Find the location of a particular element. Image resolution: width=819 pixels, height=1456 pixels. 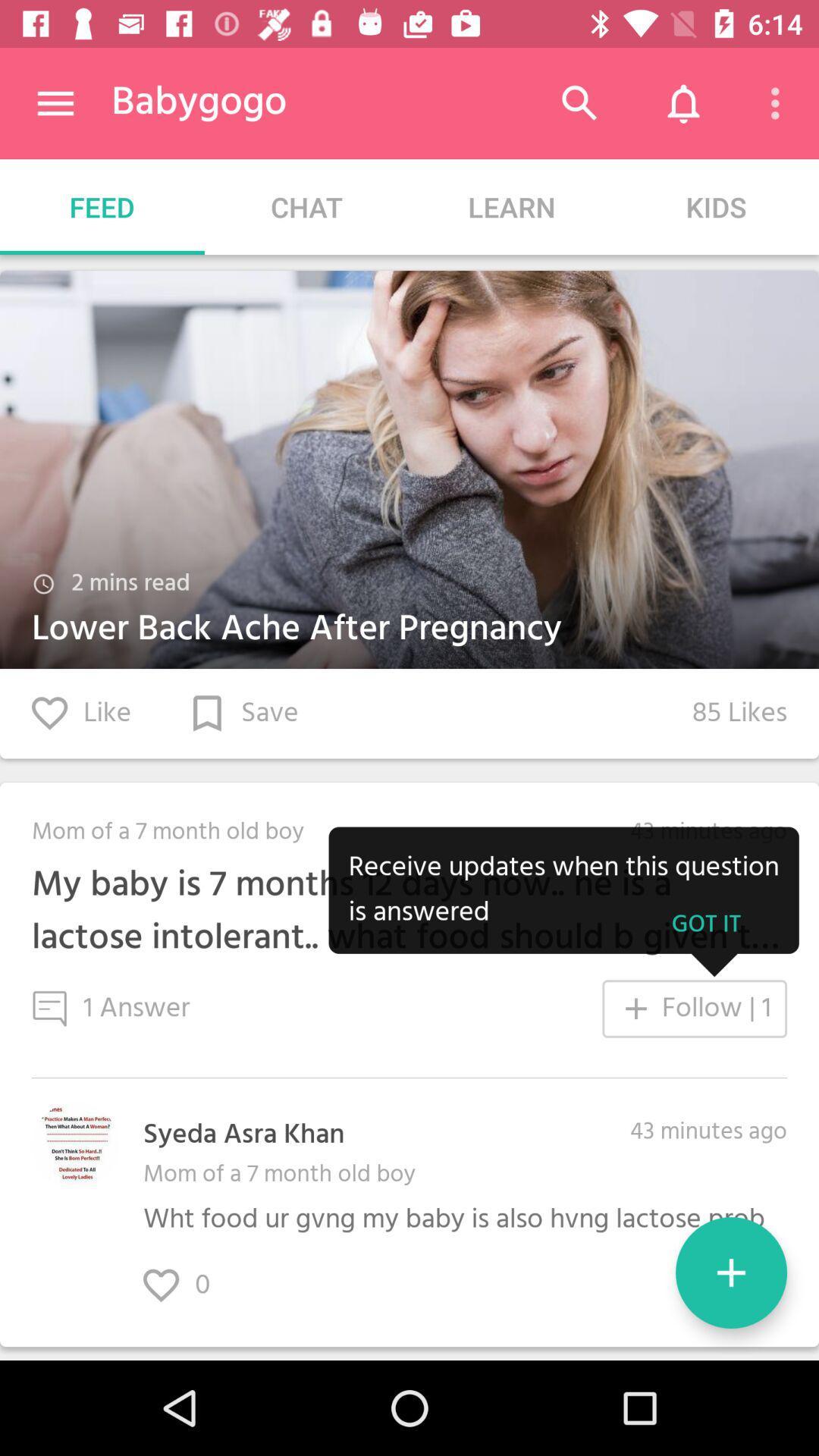

the add icon is located at coordinates (730, 1272).